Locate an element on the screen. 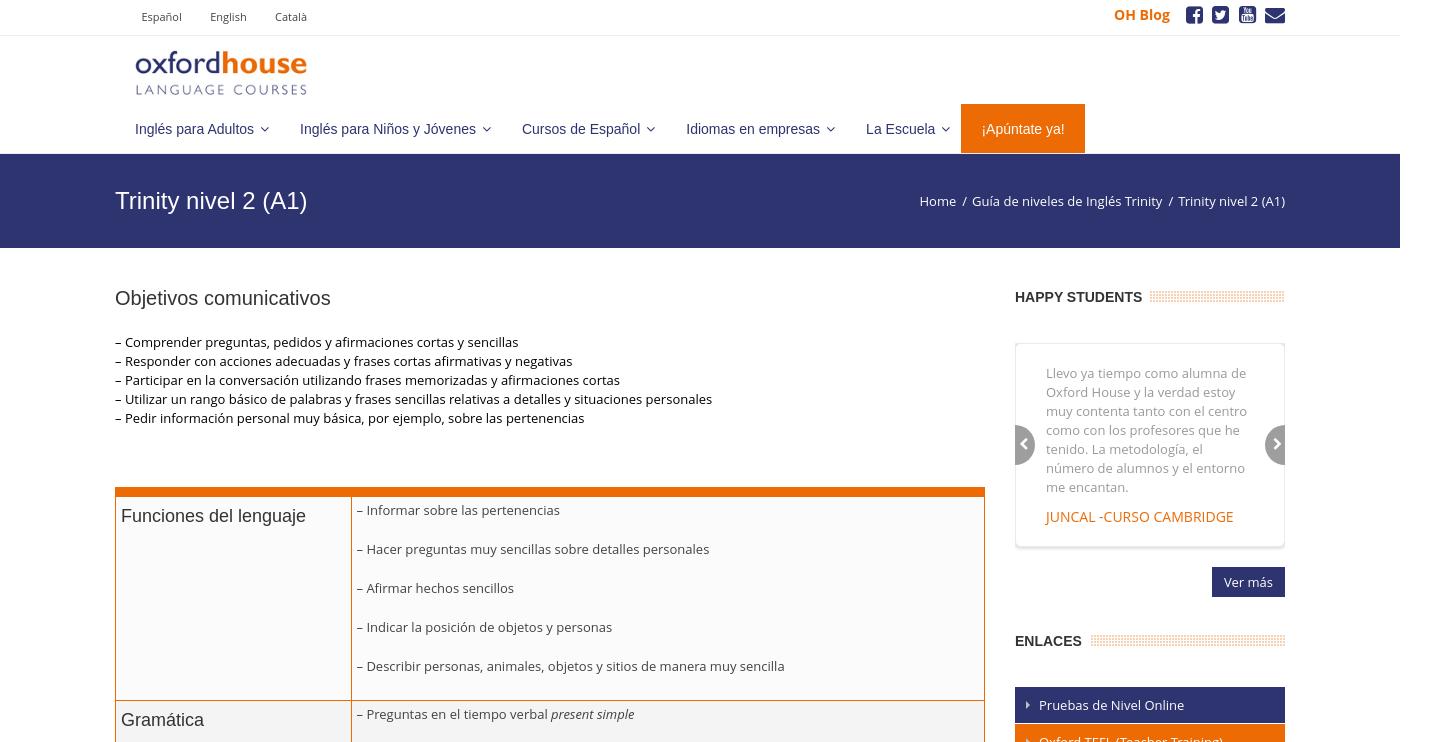 The width and height of the screenshot is (1430, 742). 'Ver más' is located at coordinates (1223, 580).